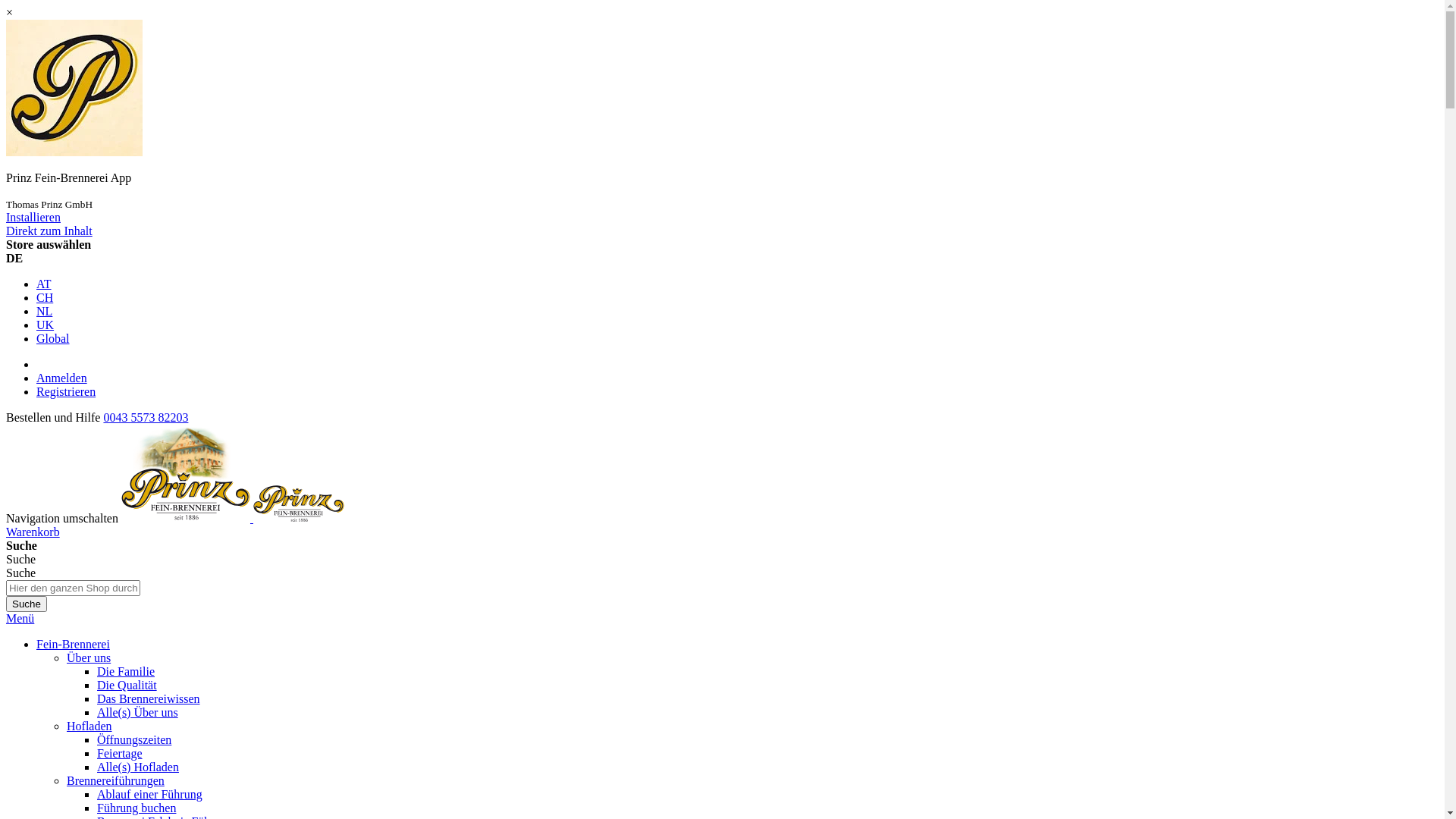 Image resolution: width=1456 pixels, height=819 pixels. Describe the element at coordinates (33, 531) in the screenshot. I see `'Warenkorb'` at that location.